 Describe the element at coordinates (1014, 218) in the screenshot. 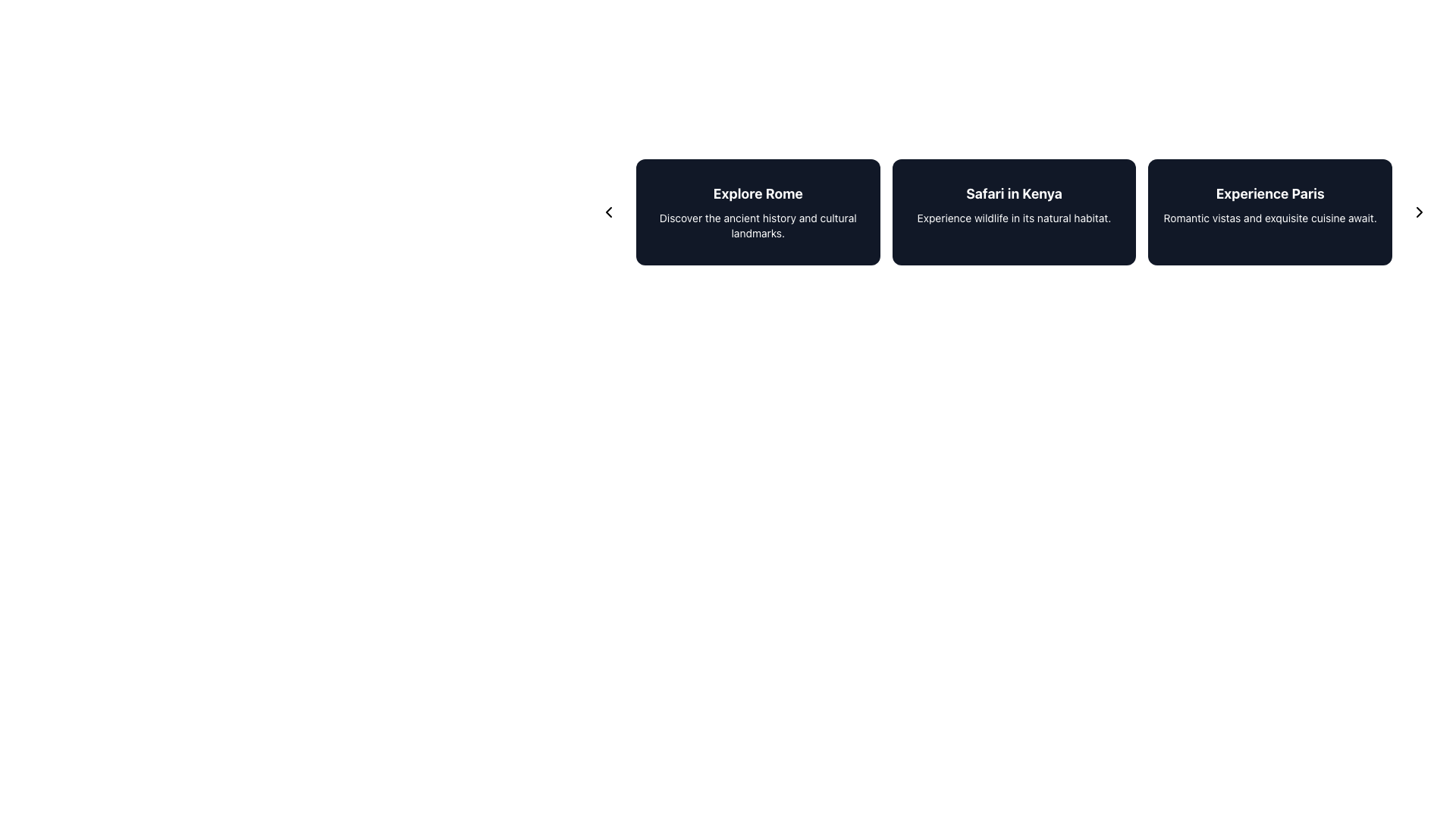

I see `the text element displaying 'Experience wildlife in its natural habitat.' which is located below the header 'Safari in Kenya' within the middle card of a horizontally aligned set of three cards` at that location.